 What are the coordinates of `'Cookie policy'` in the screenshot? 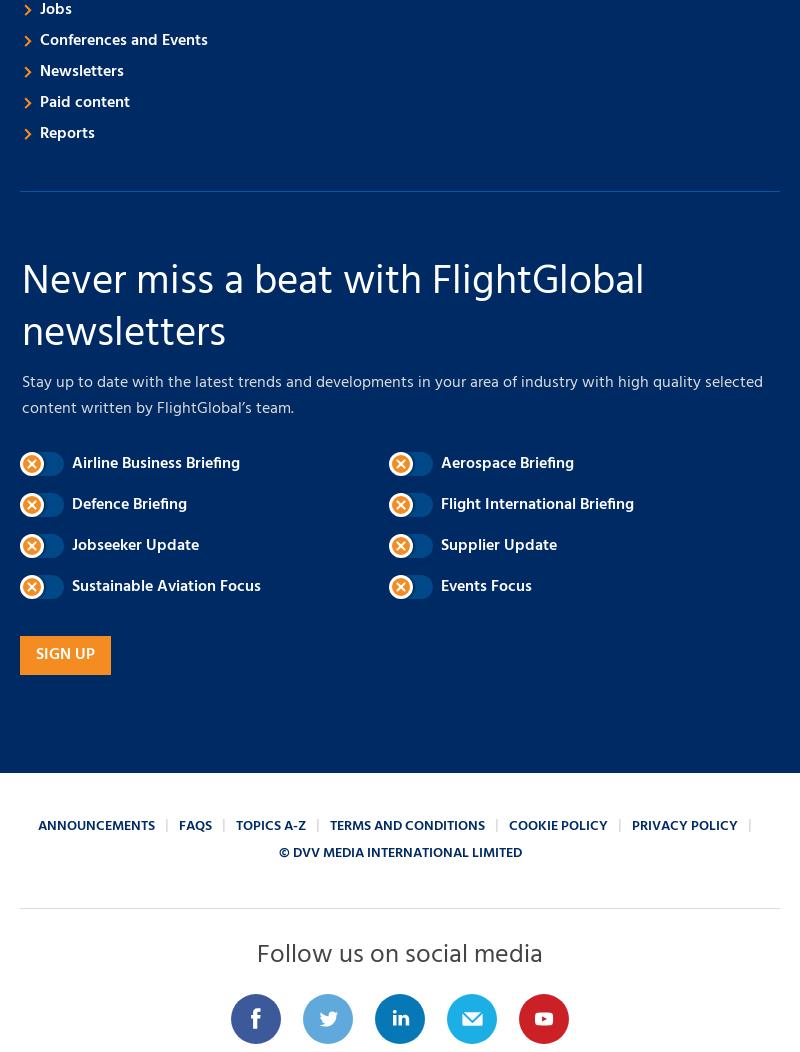 It's located at (558, 826).